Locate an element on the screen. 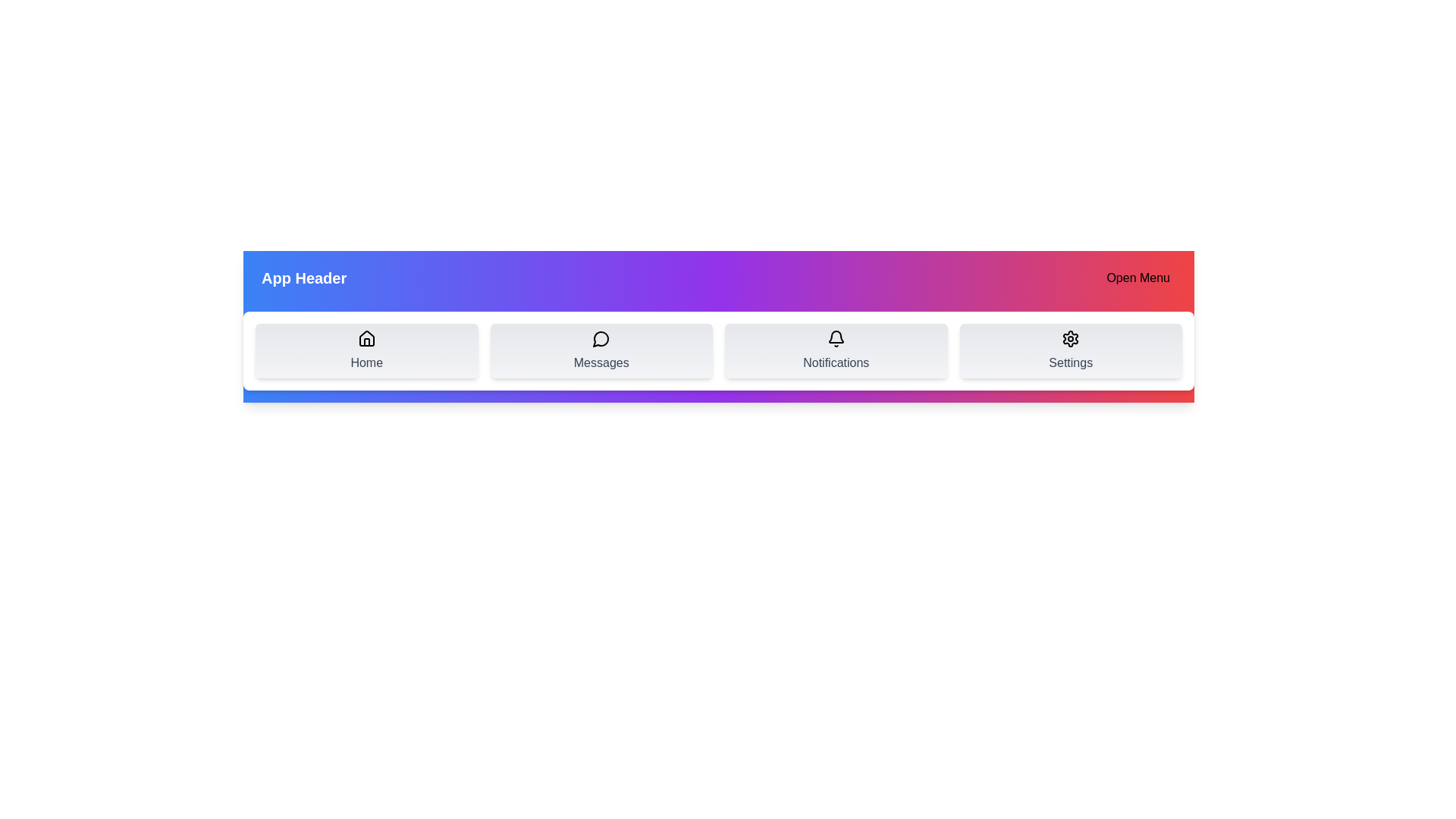  the menu item Notifications by clicking on it is located at coordinates (835, 350).